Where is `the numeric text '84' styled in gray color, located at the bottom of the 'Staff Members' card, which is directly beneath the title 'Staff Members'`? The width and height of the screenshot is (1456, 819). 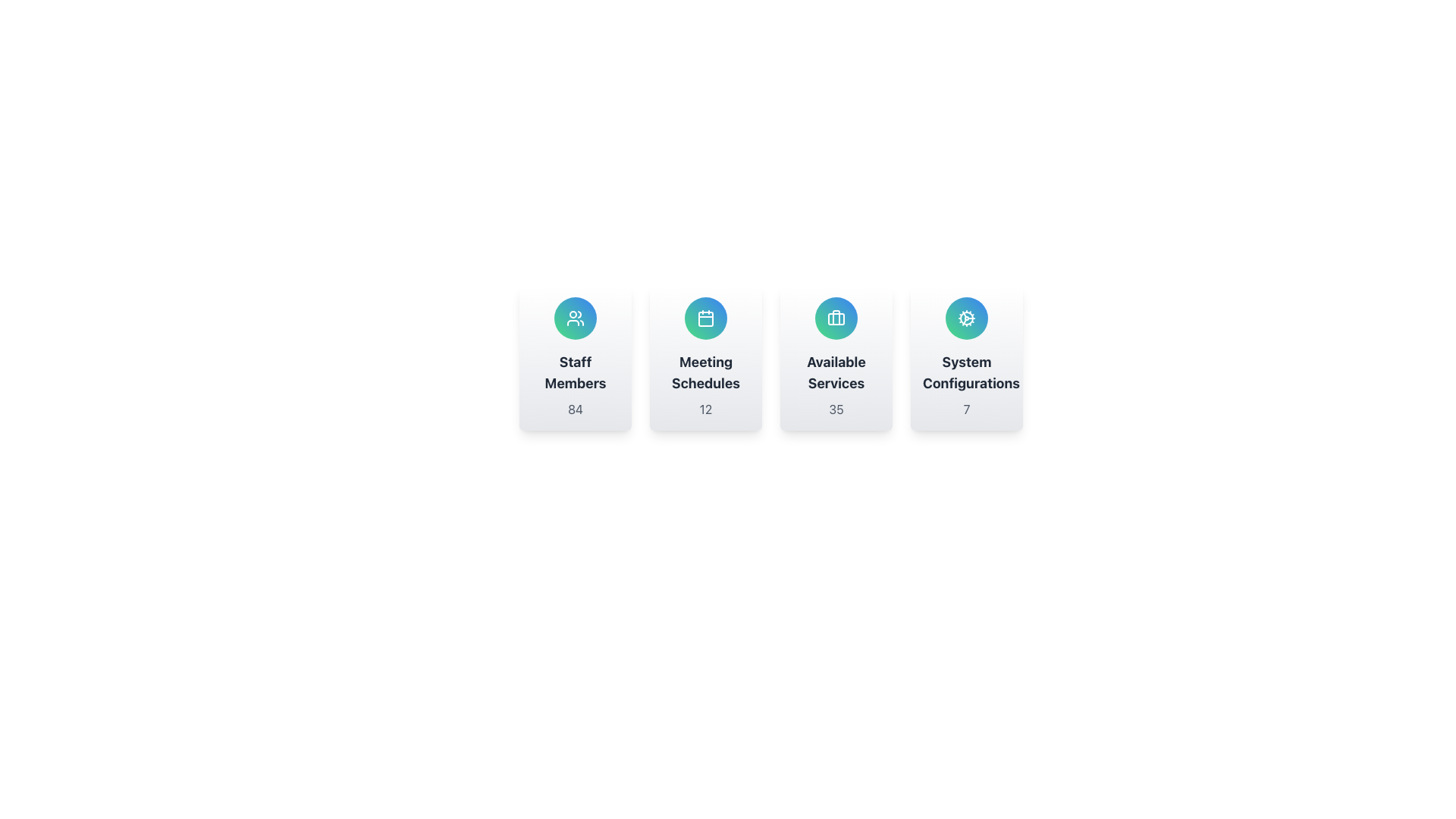 the numeric text '84' styled in gray color, located at the bottom of the 'Staff Members' card, which is directly beneath the title 'Staff Members' is located at coordinates (574, 409).